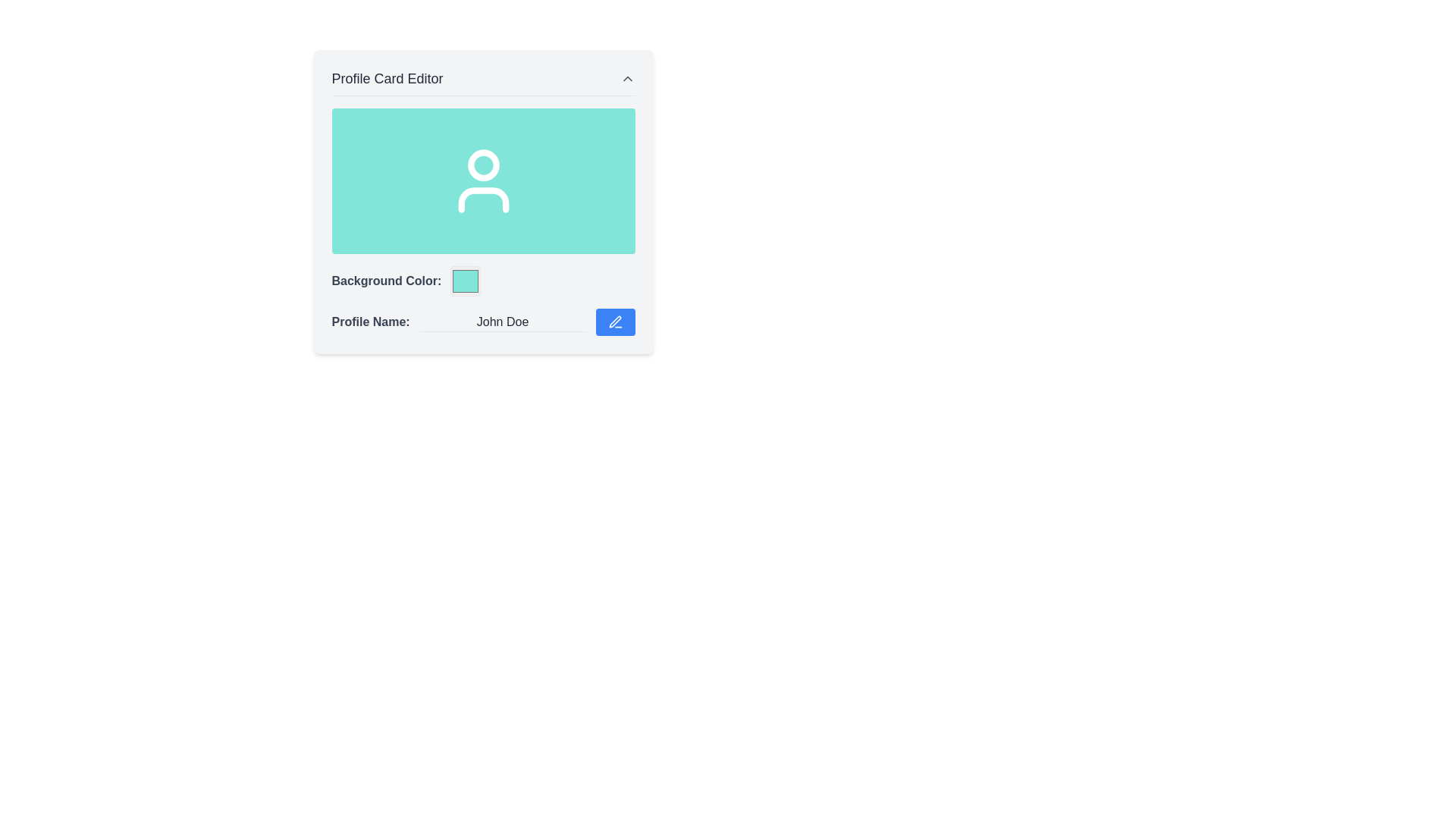 The width and height of the screenshot is (1456, 819). What do you see at coordinates (615, 321) in the screenshot?
I see `the button located to the right of the text 'John Doe' in the 'Profile Name:' section` at bounding box center [615, 321].